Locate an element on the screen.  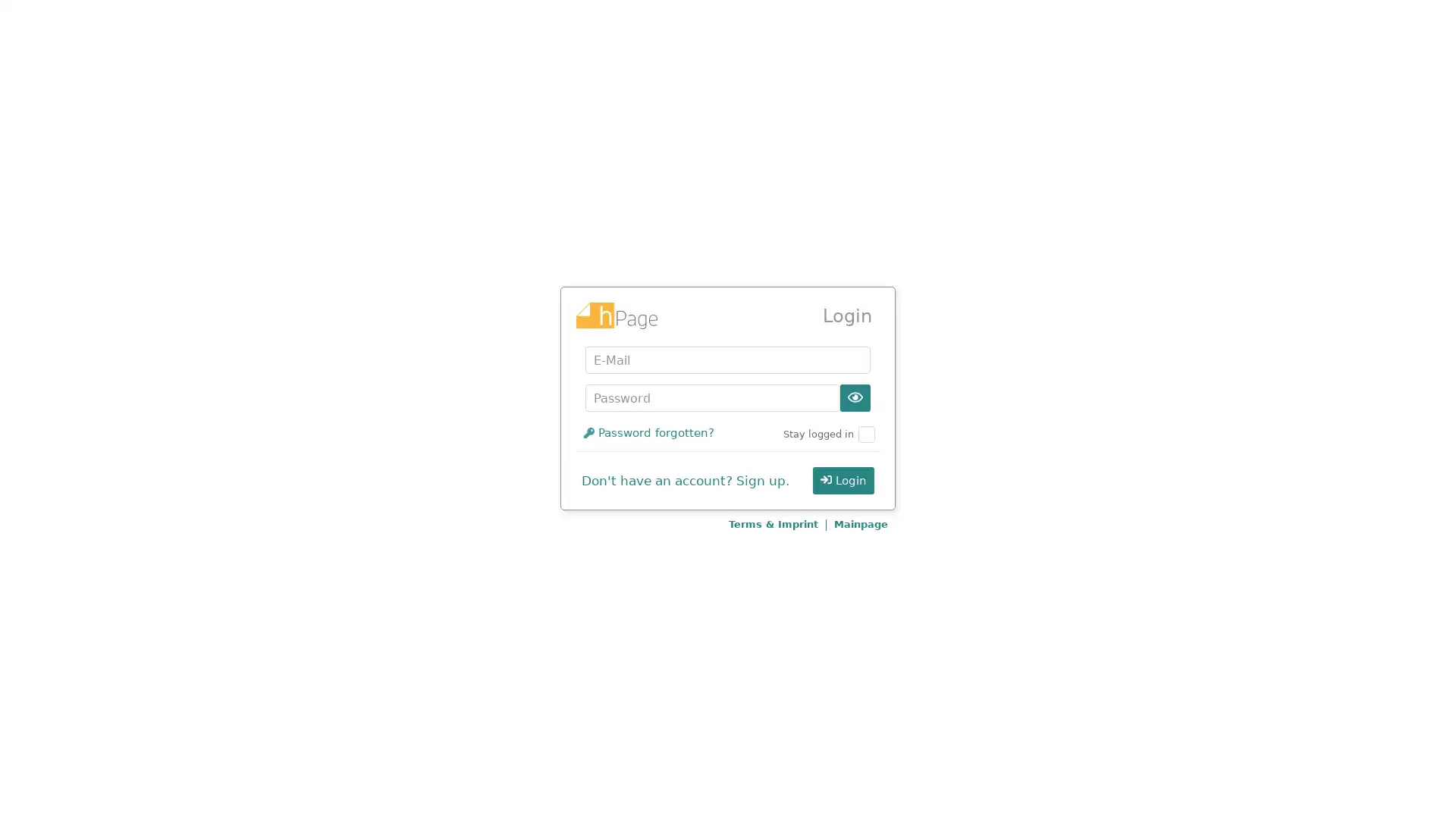
Login is located at coordinates (843, 480).